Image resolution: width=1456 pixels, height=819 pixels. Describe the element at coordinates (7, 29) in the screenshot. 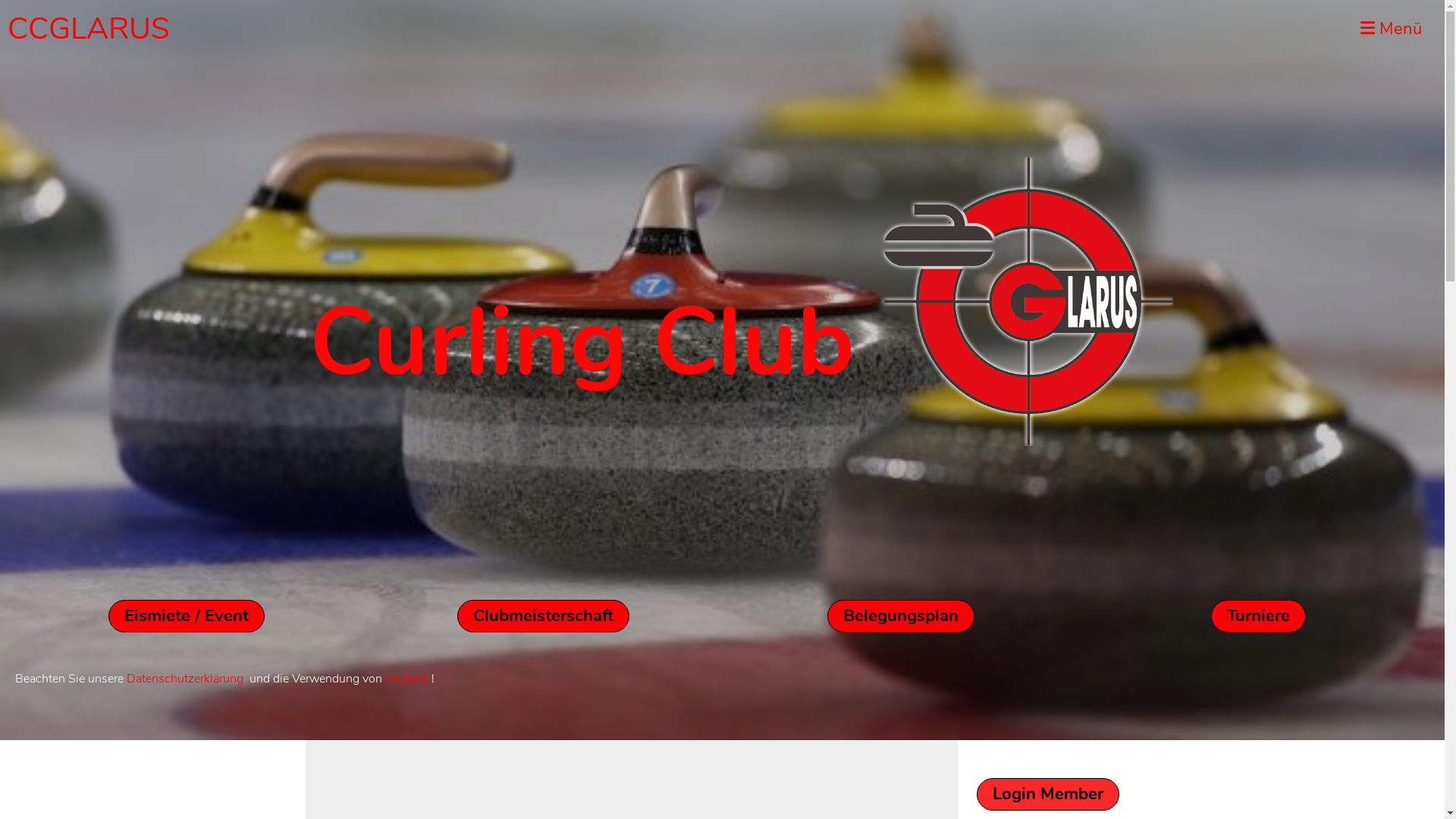

I see `'CCGLARUS'` at that location.